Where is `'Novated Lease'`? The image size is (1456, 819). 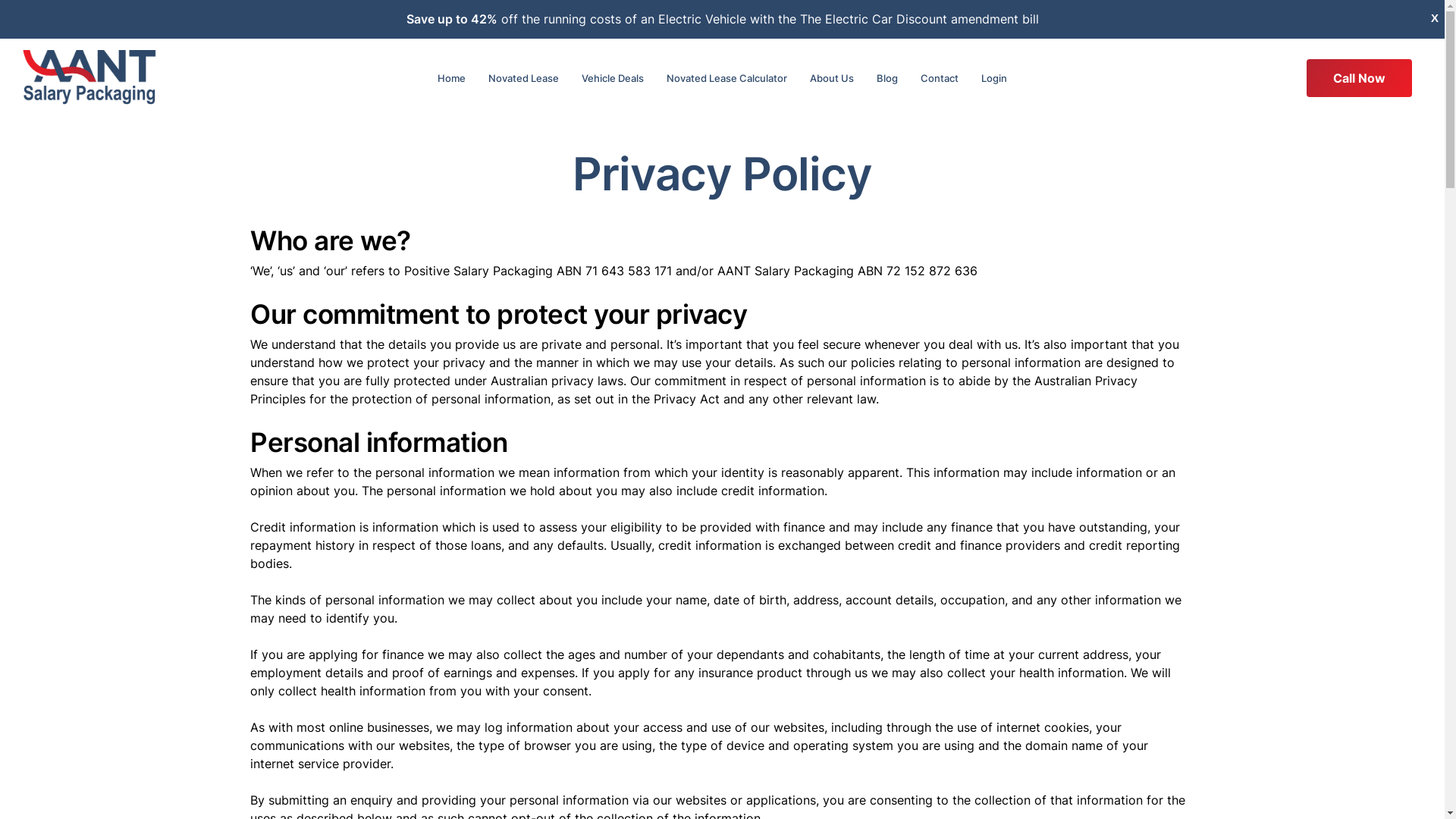
'Novated Lease' is located at coordinates (475, 78).